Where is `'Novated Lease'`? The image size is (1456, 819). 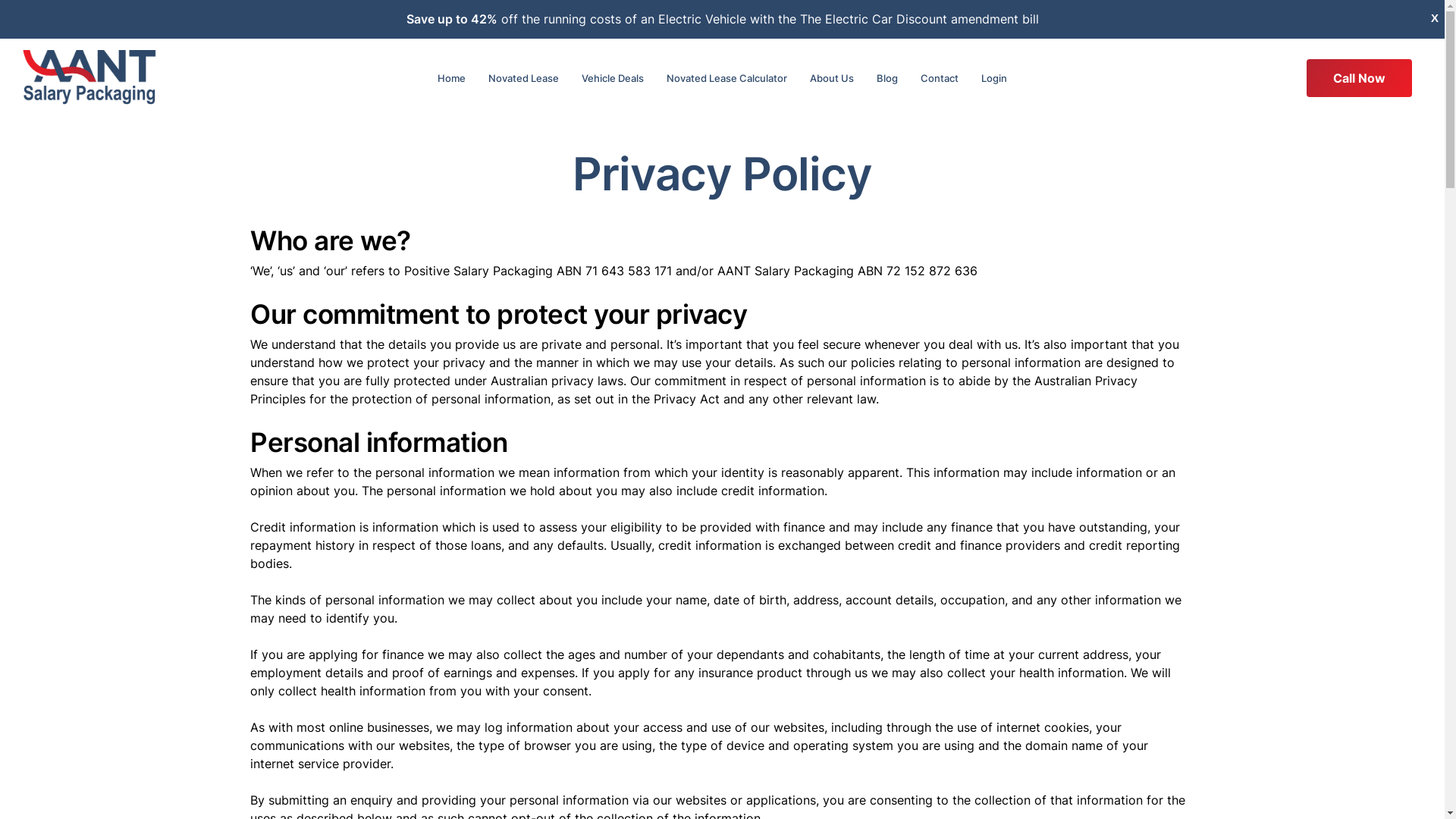
'Novated Lease' is located at coordinates (475, 78).